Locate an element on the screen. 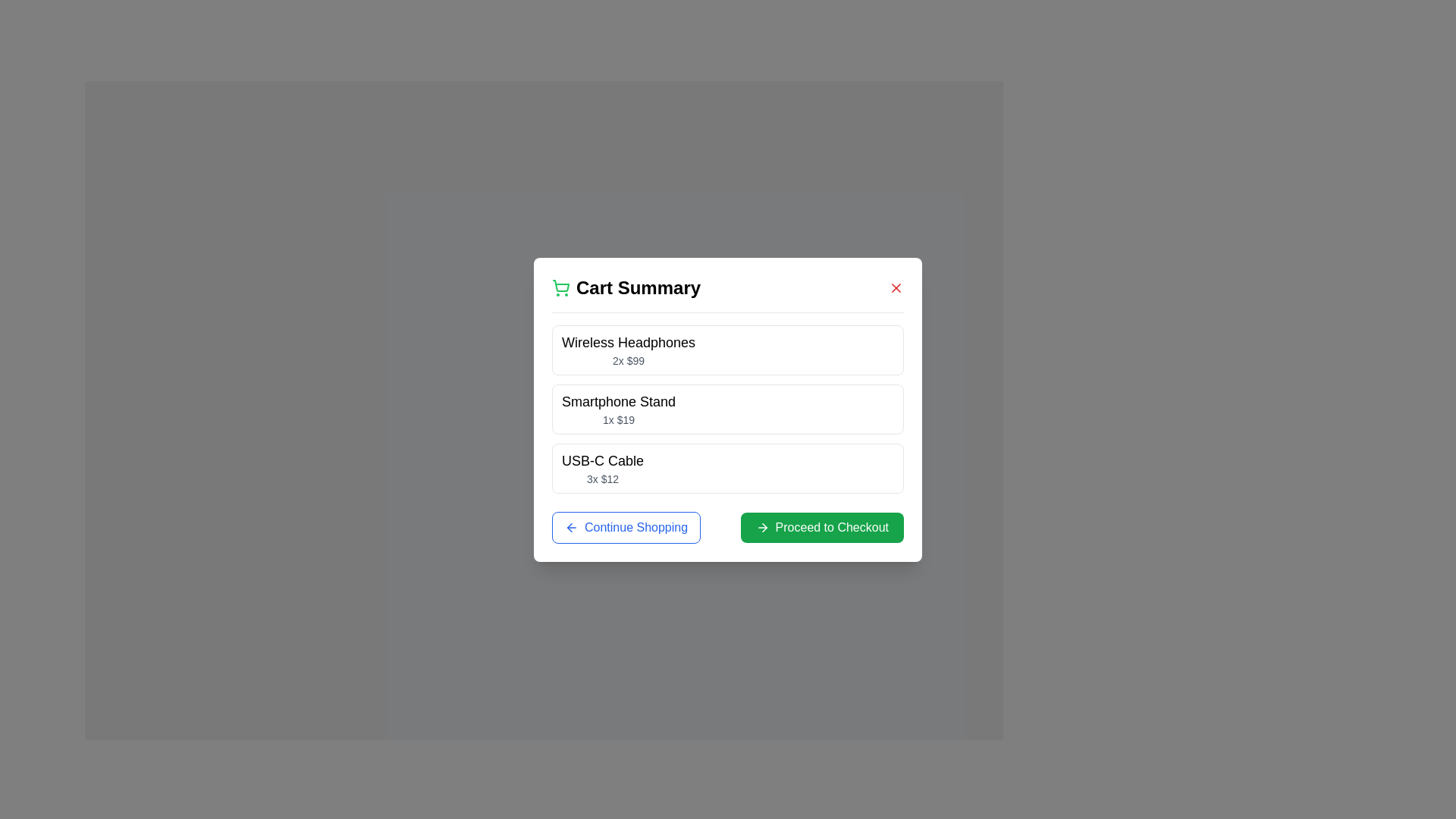 The height and width of the screenshot is (819, 1456). the label for 'USB-C Cable' in the Cart Summary box, which is positioned above the price text '3x $12' is located at coordinates (602, 460).